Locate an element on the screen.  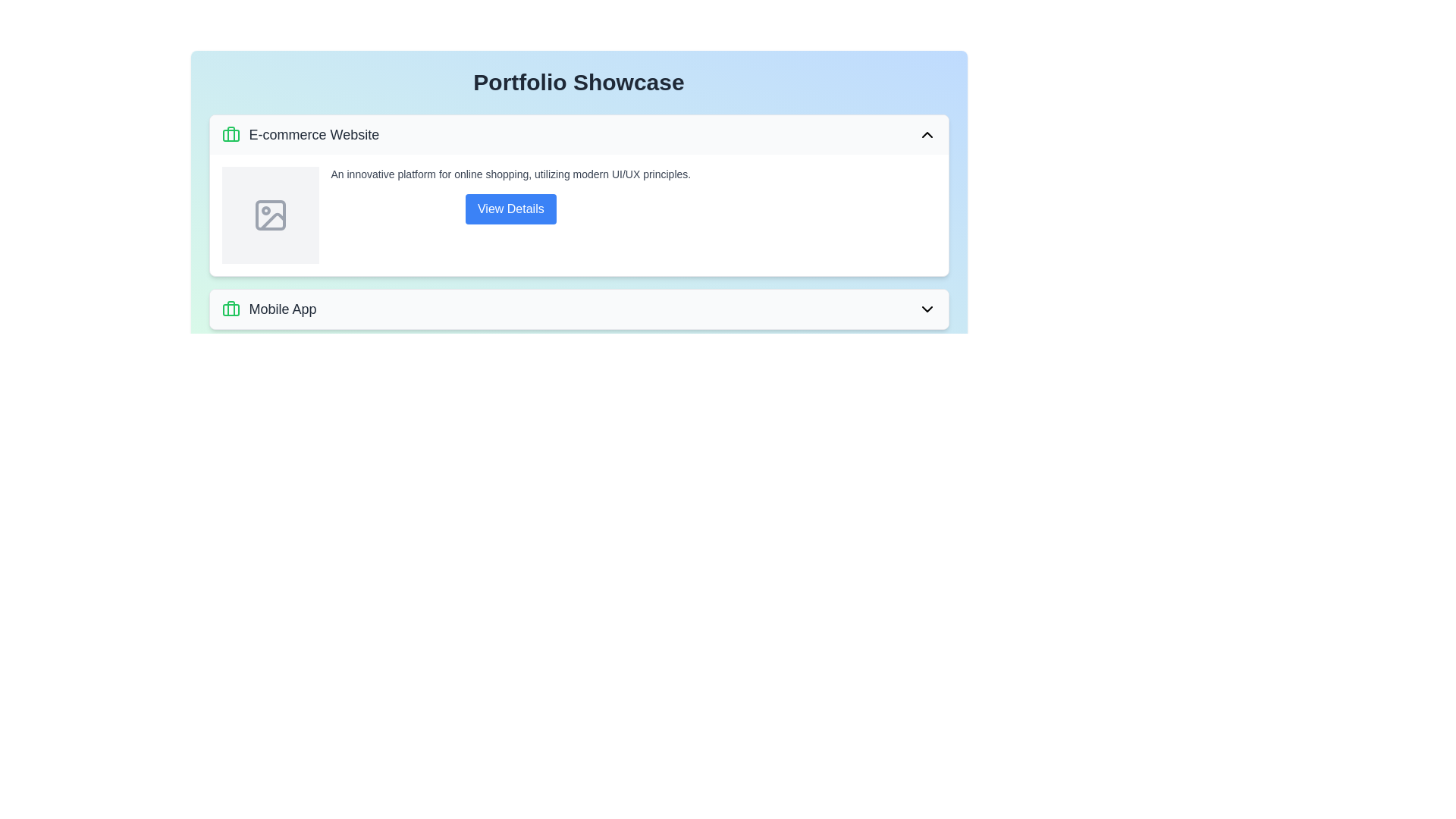
the clickable link for the 'E-commerce Website' project located in the top left corner of the 'Portfolio Showcase' section is located at coordinates (300, 133).